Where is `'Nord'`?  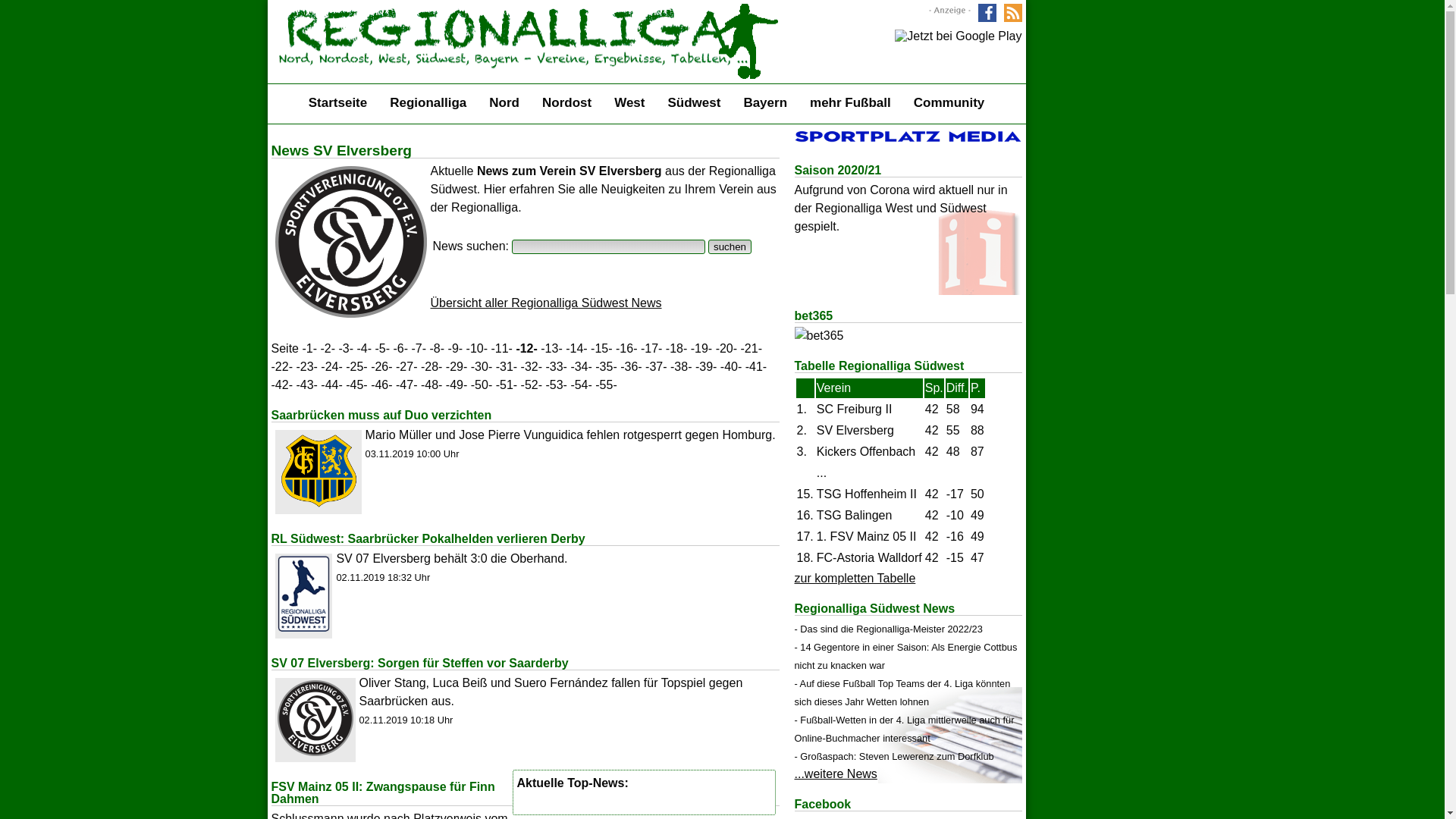
'Nord' is located at coordinates (504, 102).